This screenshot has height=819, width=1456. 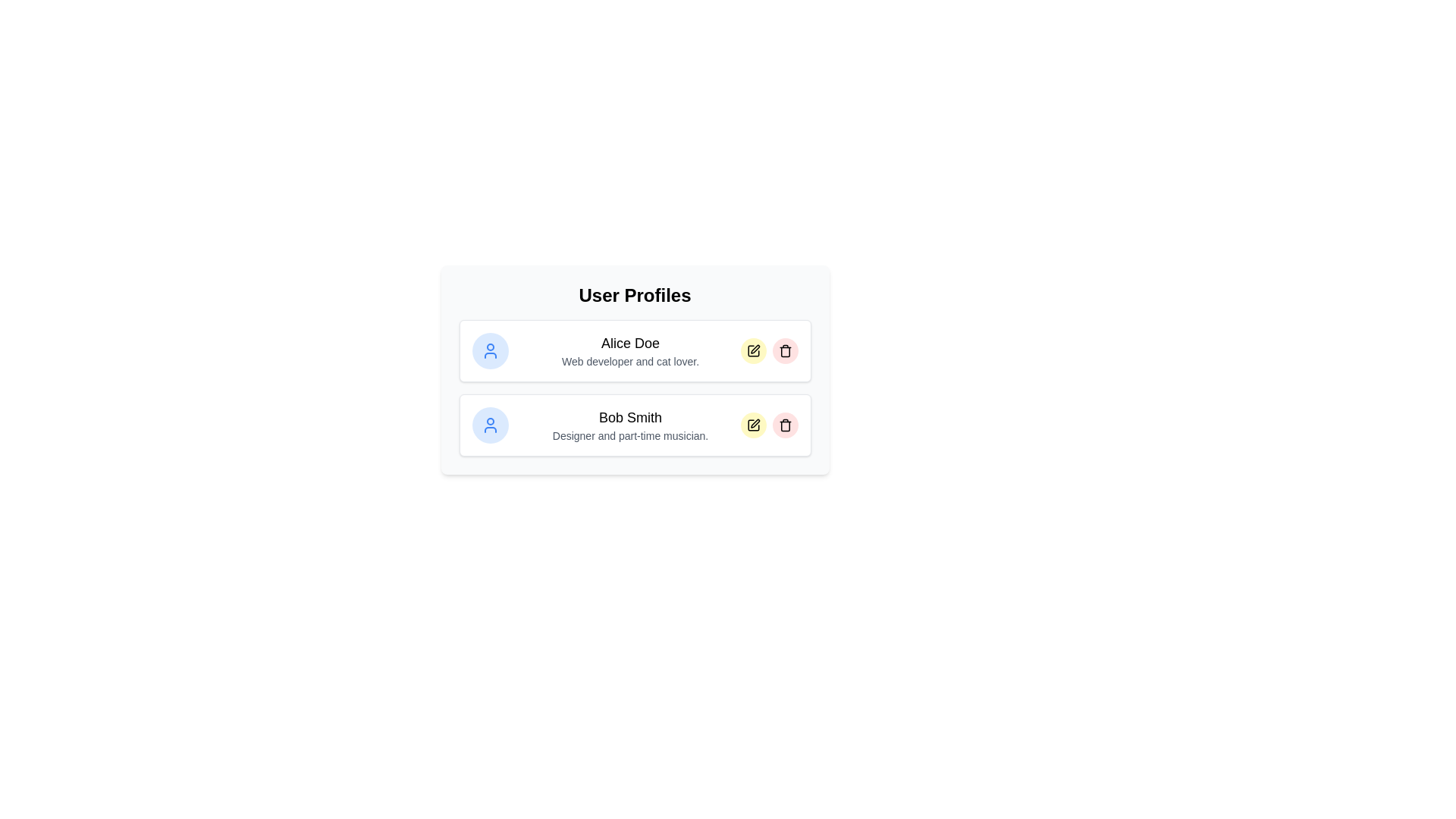 What do you see at coordinates (635, 425) in the screenshot?
I see `the profile card to view details of Bob Smith` at bounding box center [635, 425].